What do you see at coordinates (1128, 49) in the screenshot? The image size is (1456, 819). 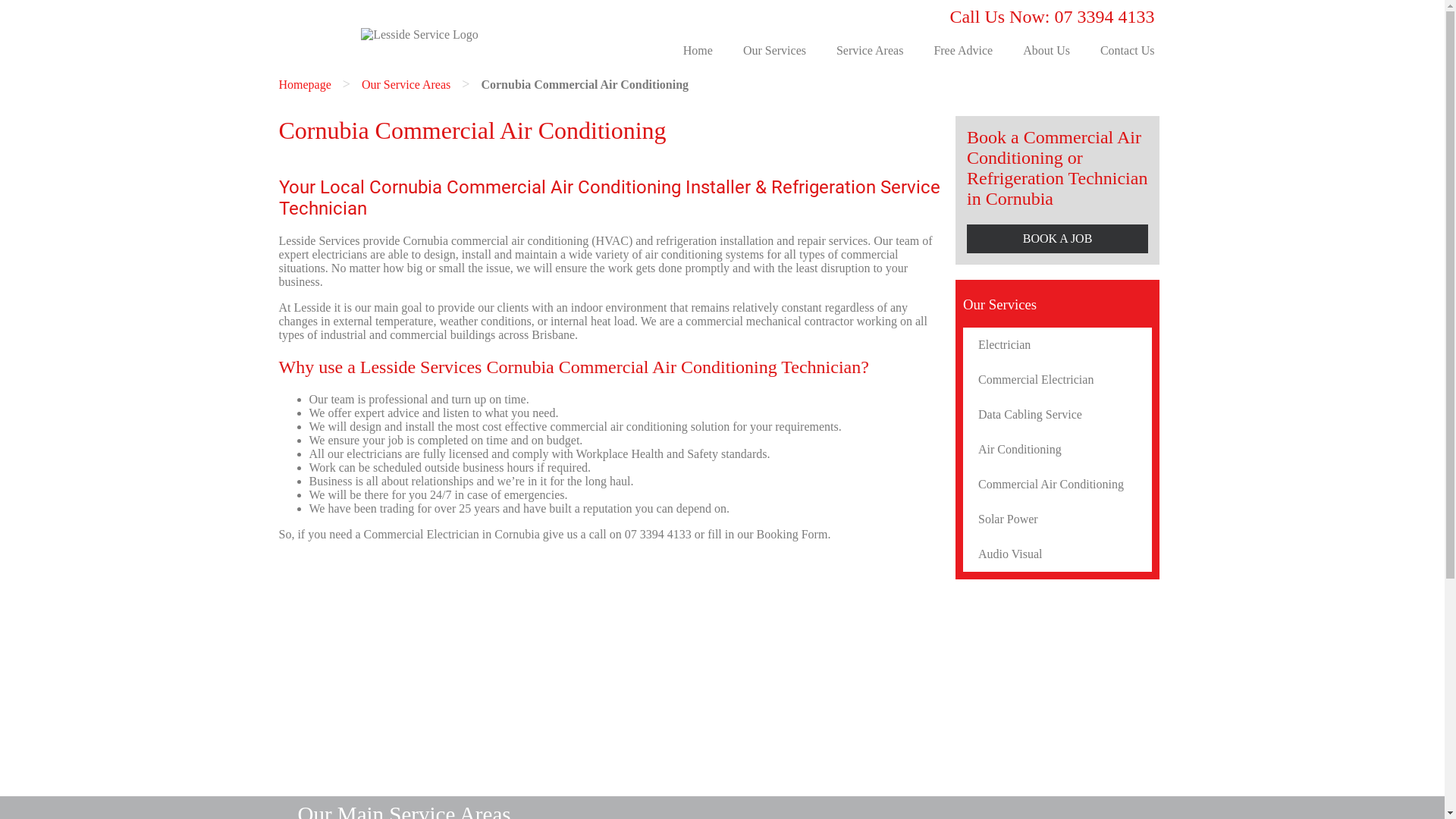 I see `'Contact Us'` at bounding box center [1128, 49].